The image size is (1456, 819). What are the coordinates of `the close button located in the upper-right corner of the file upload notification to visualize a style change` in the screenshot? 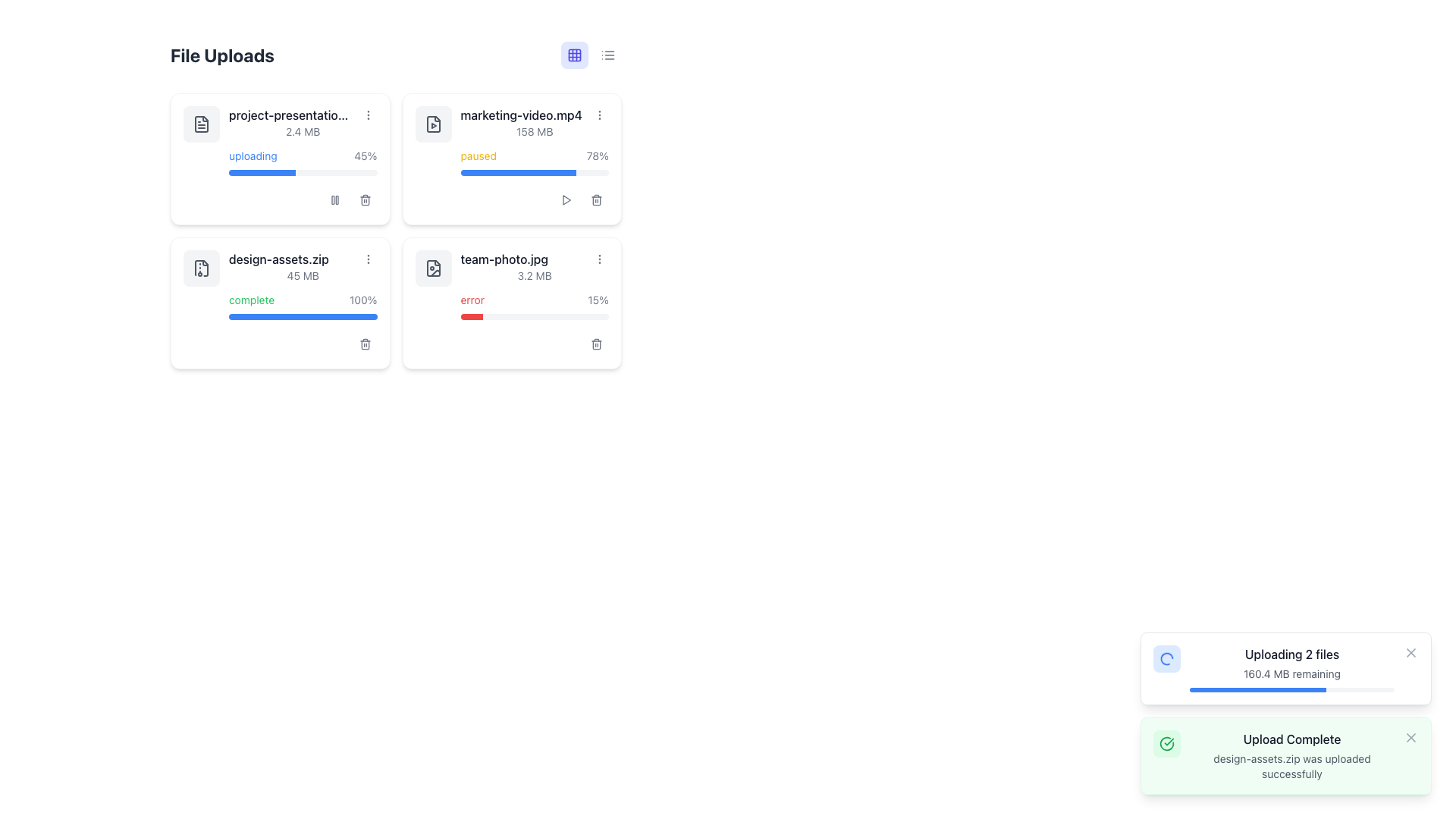 It's located at (1410, 651).